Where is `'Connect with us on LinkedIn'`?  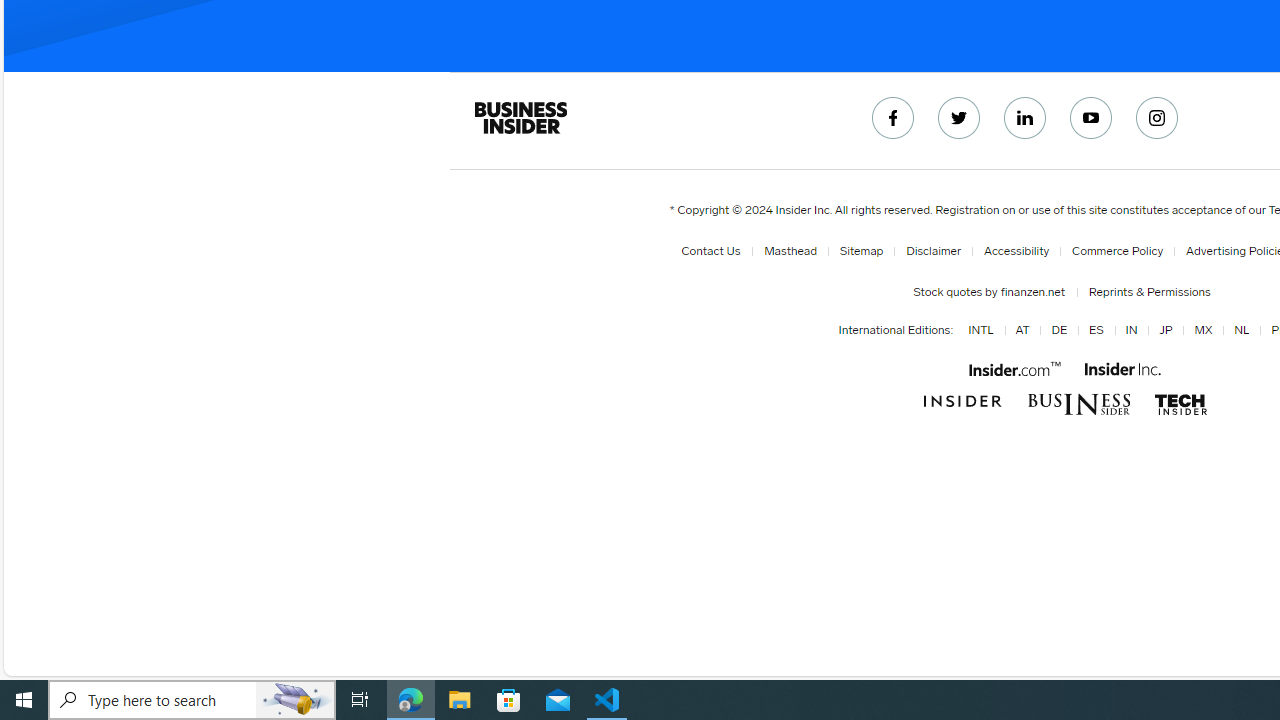
'Connect with us on LinkedIn' is located at coordinates (1025, 118).